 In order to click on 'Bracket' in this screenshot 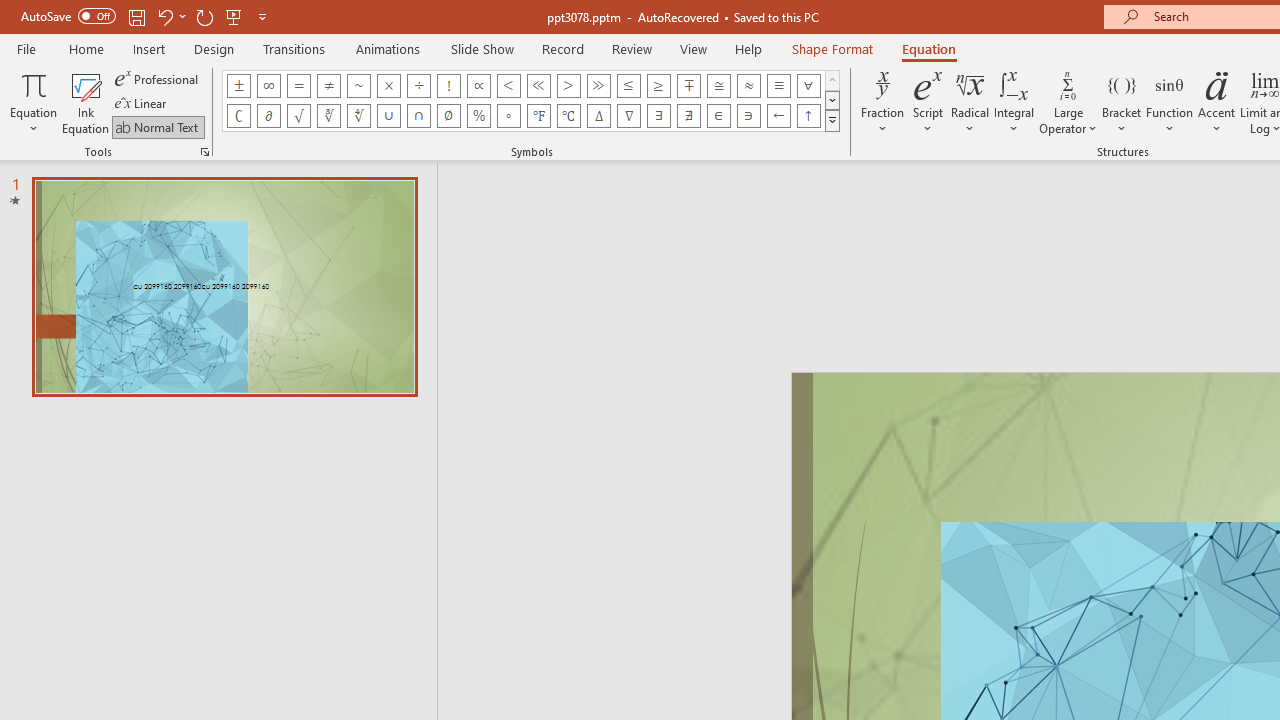, I will do `click(1121, 103)`.